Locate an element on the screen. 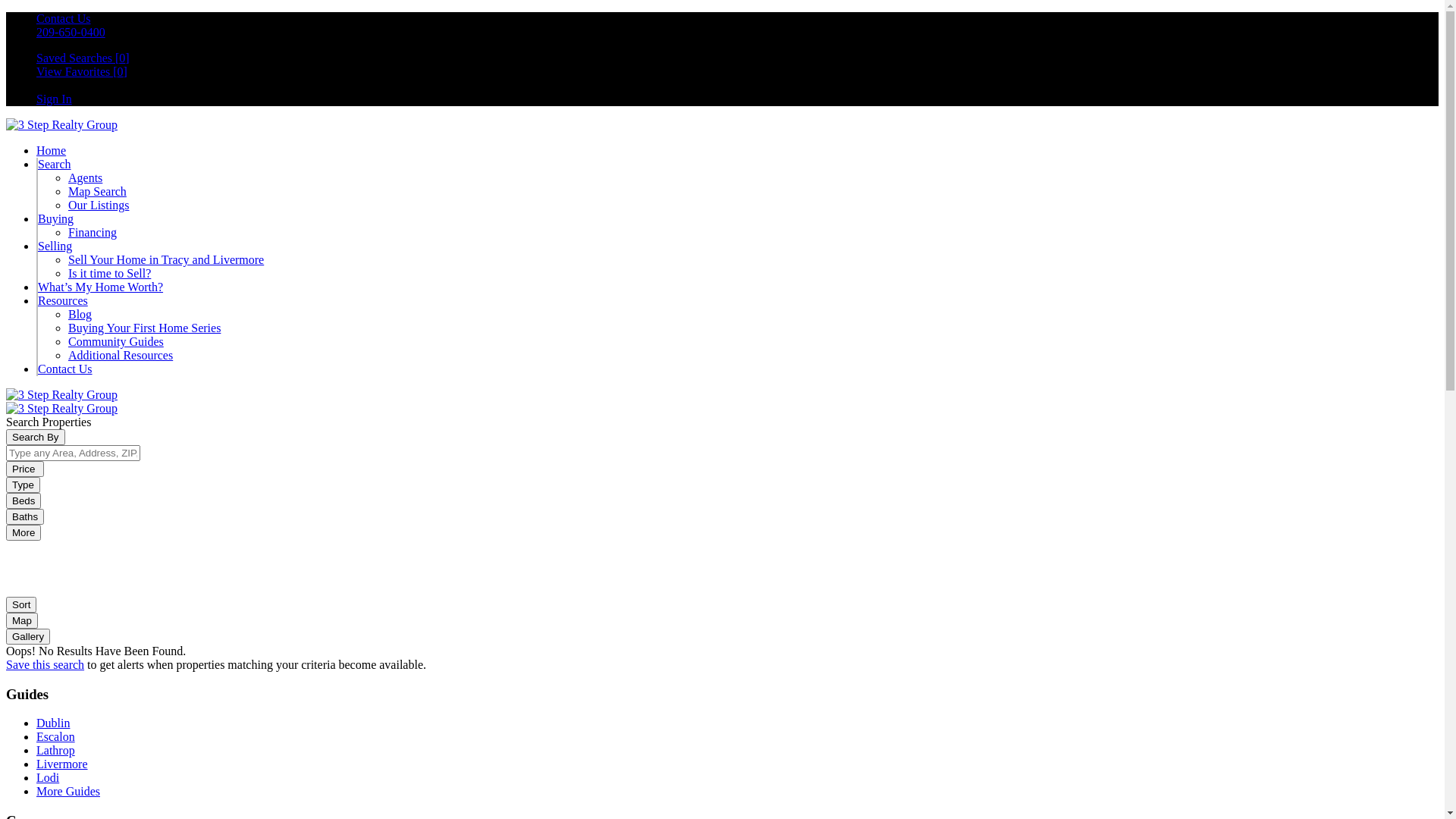 The height and width of the screenshot is (819, 1456). 'Dublin' is located at coordinates (53, 722).